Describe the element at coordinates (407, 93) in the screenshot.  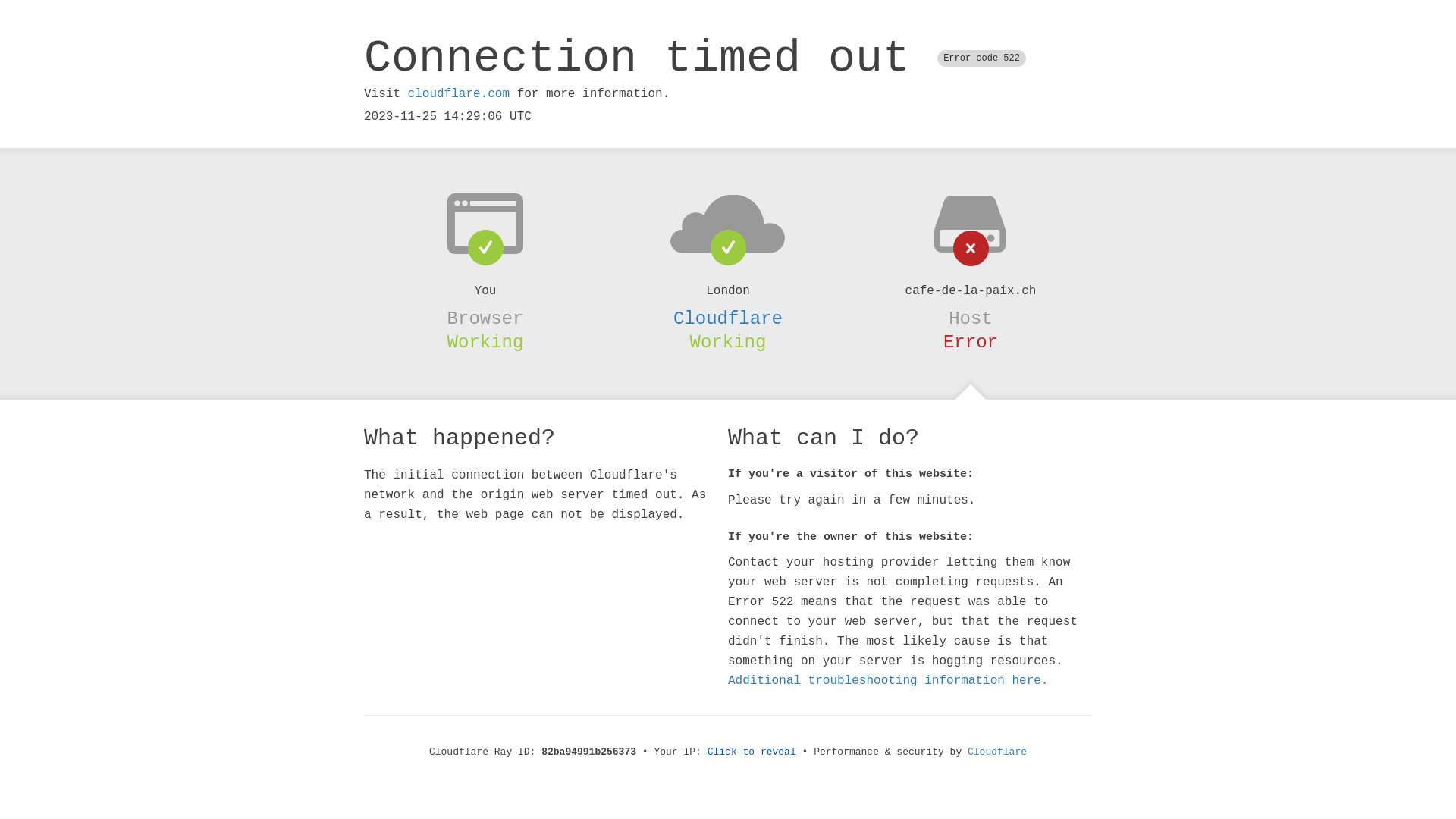
I see `'cloudflare.com'` at that location.